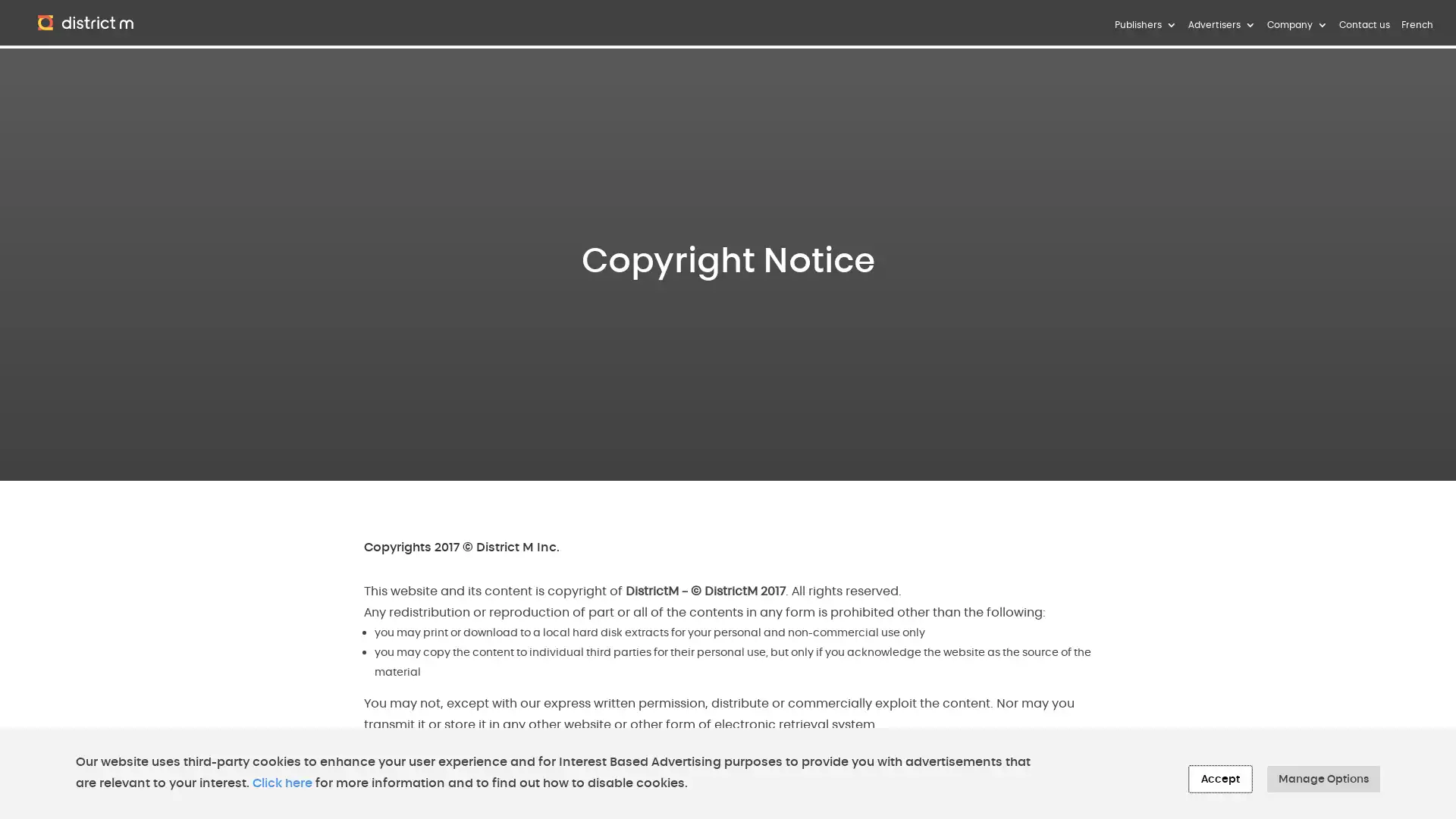 The image size is (1456, 819). I want to click on Accept, so click(1220, 779).